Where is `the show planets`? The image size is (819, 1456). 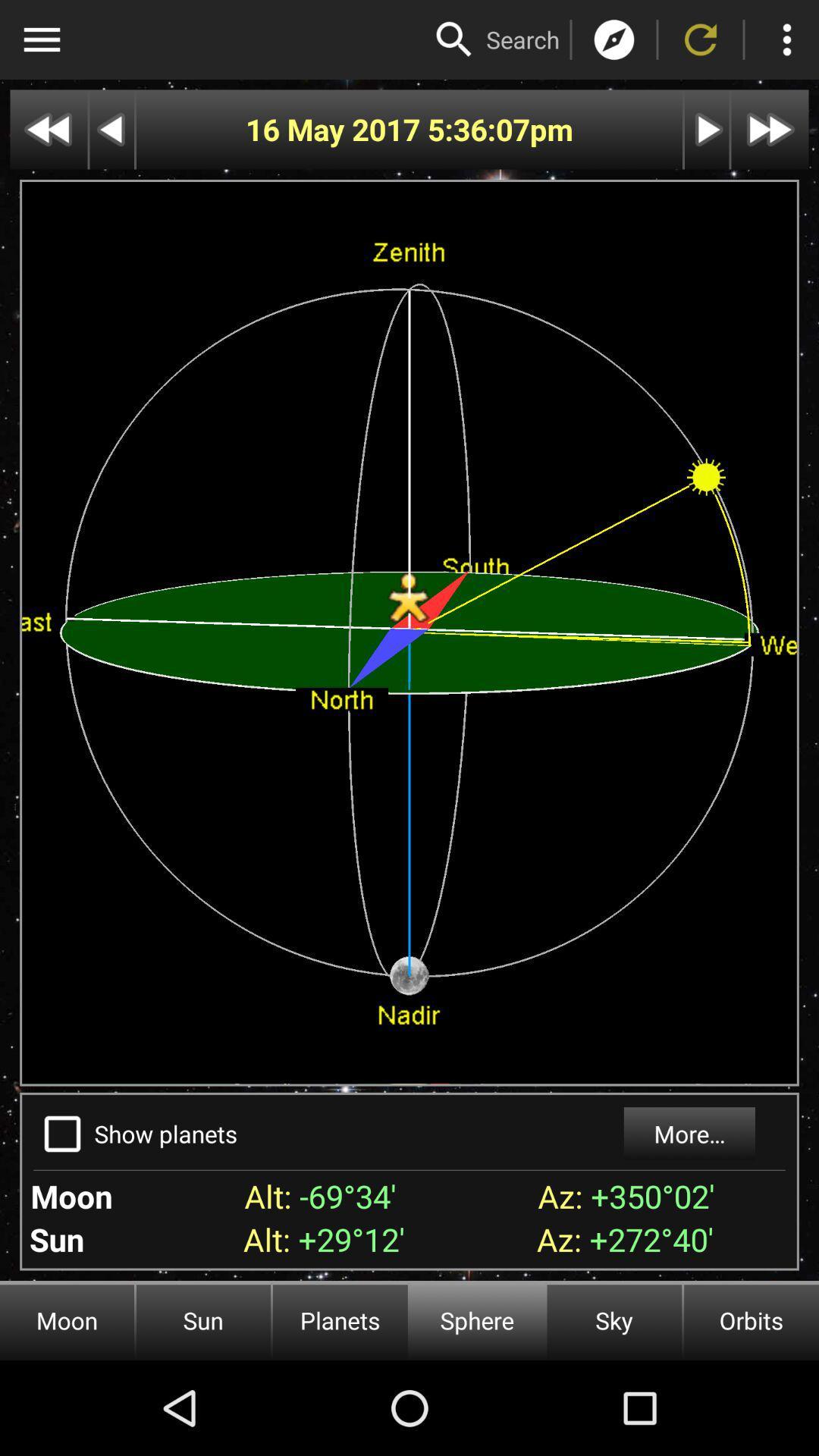 the show planets is located at coordinates (166, 1134).